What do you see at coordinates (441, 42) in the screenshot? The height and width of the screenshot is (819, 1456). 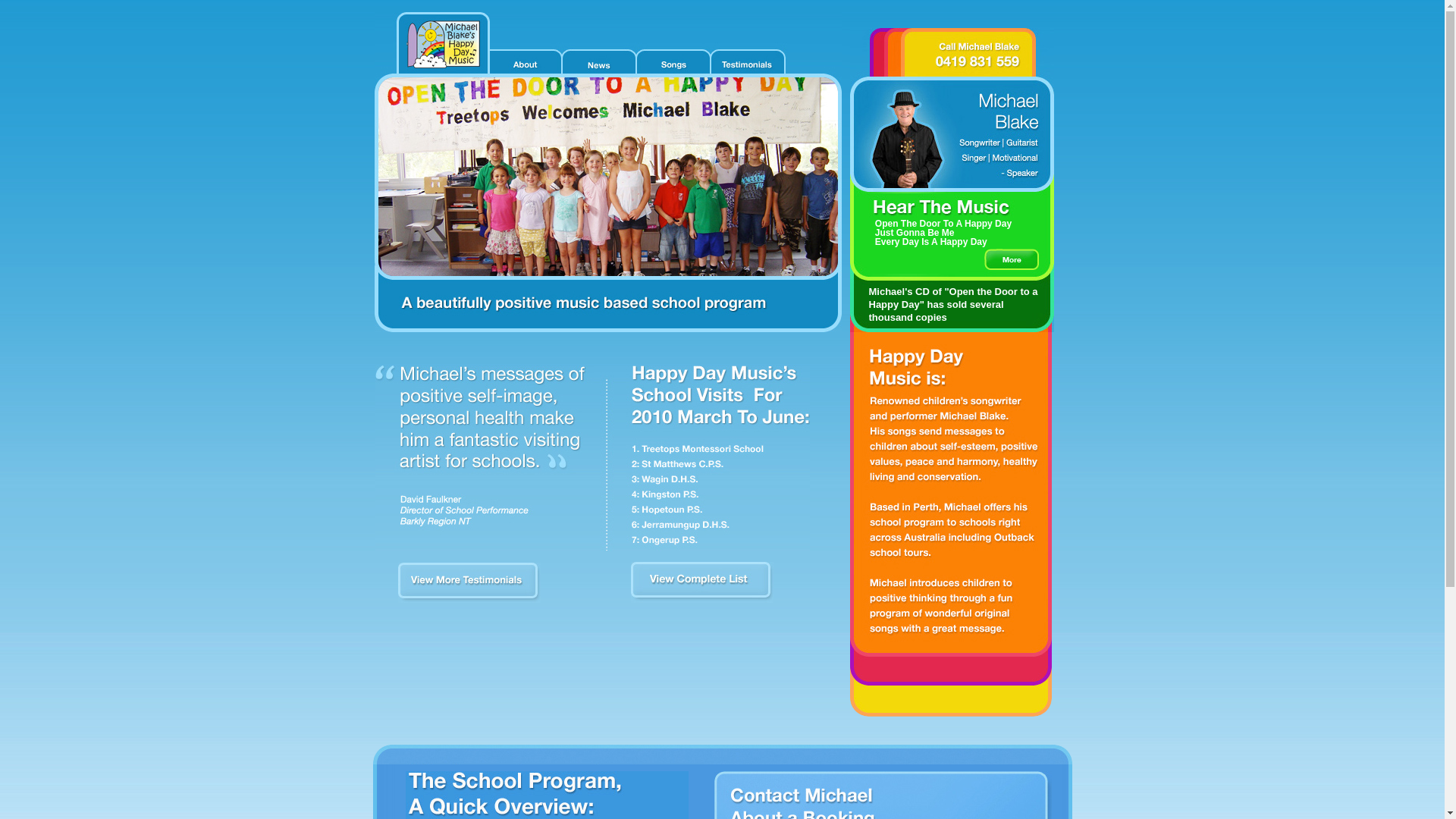 I see `'Home'` at bounding box center [441, 42].